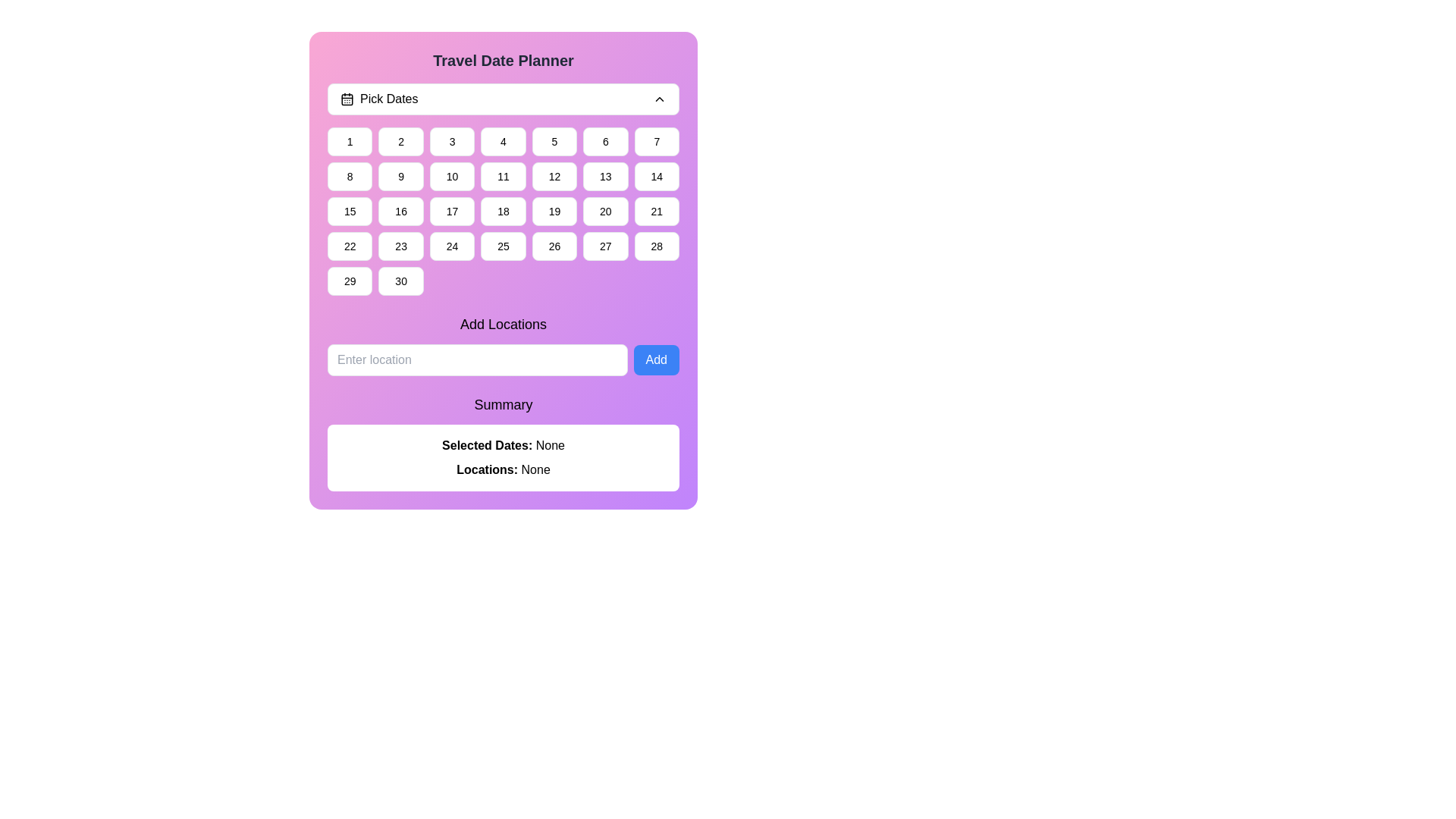 This screenshot has height=819, width=1456. What do you see at coordinates (503, 189) in the screenshot?
I see `the Calendar date cell that displays the number '11'` at bounding box center [503, 189].